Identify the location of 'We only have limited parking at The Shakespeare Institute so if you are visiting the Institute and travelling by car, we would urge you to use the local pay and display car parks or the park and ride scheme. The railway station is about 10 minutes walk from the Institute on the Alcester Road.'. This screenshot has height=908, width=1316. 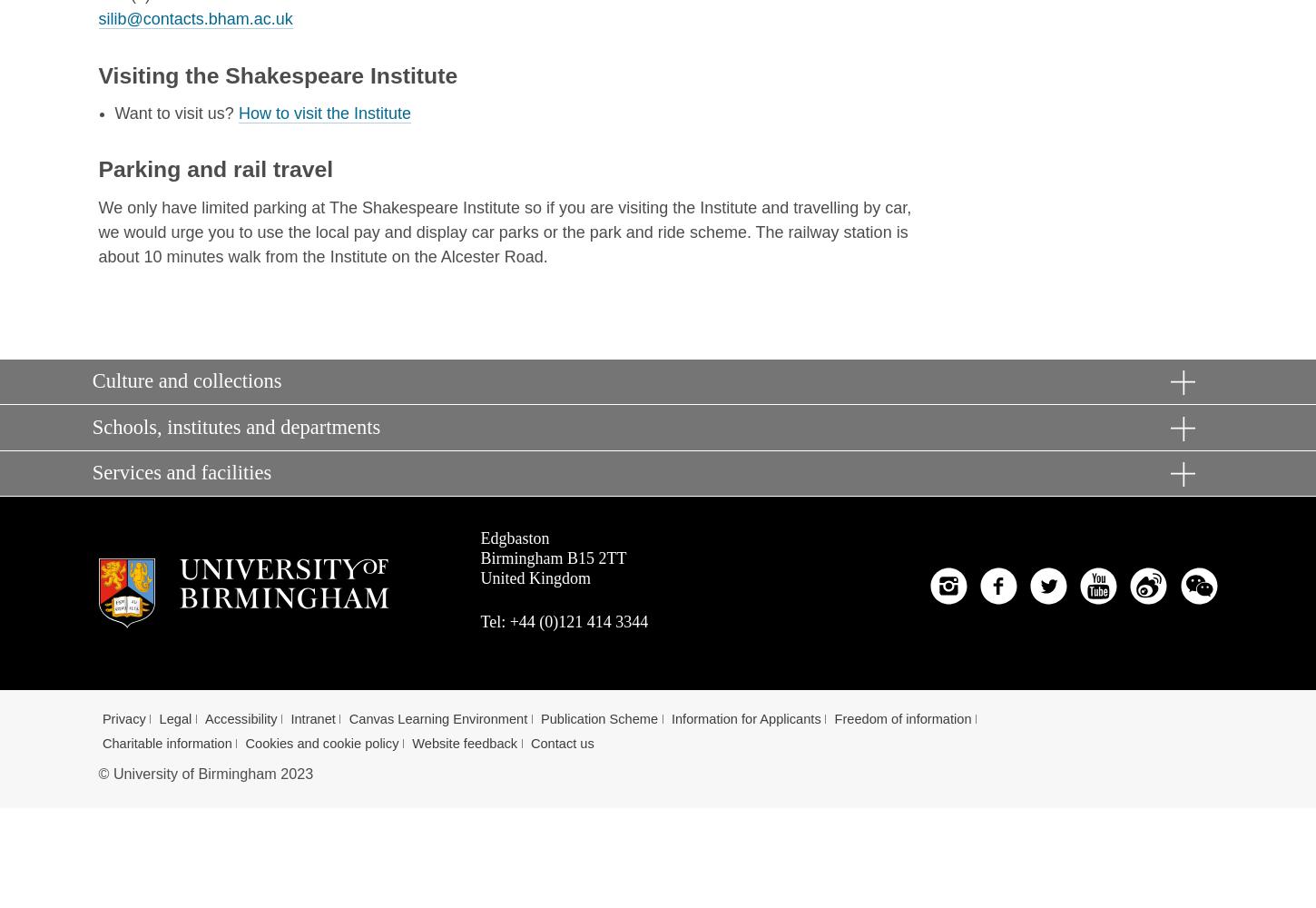
(504, 232).